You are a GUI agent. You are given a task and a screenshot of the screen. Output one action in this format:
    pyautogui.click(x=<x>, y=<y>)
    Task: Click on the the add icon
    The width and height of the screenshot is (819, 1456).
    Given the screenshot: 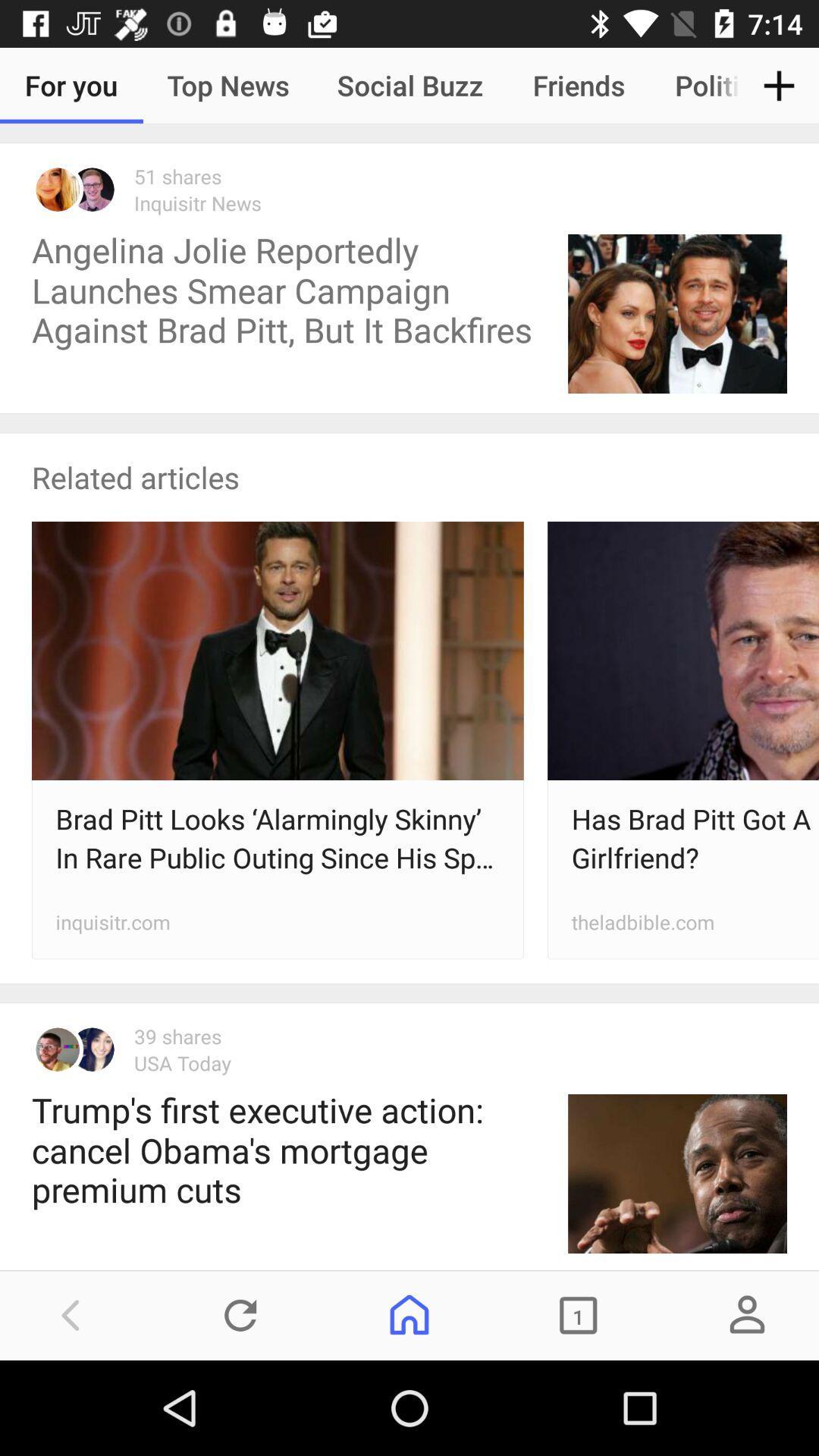 What is the action you would take?
    pyautogui.click(x=779, y=84)
    